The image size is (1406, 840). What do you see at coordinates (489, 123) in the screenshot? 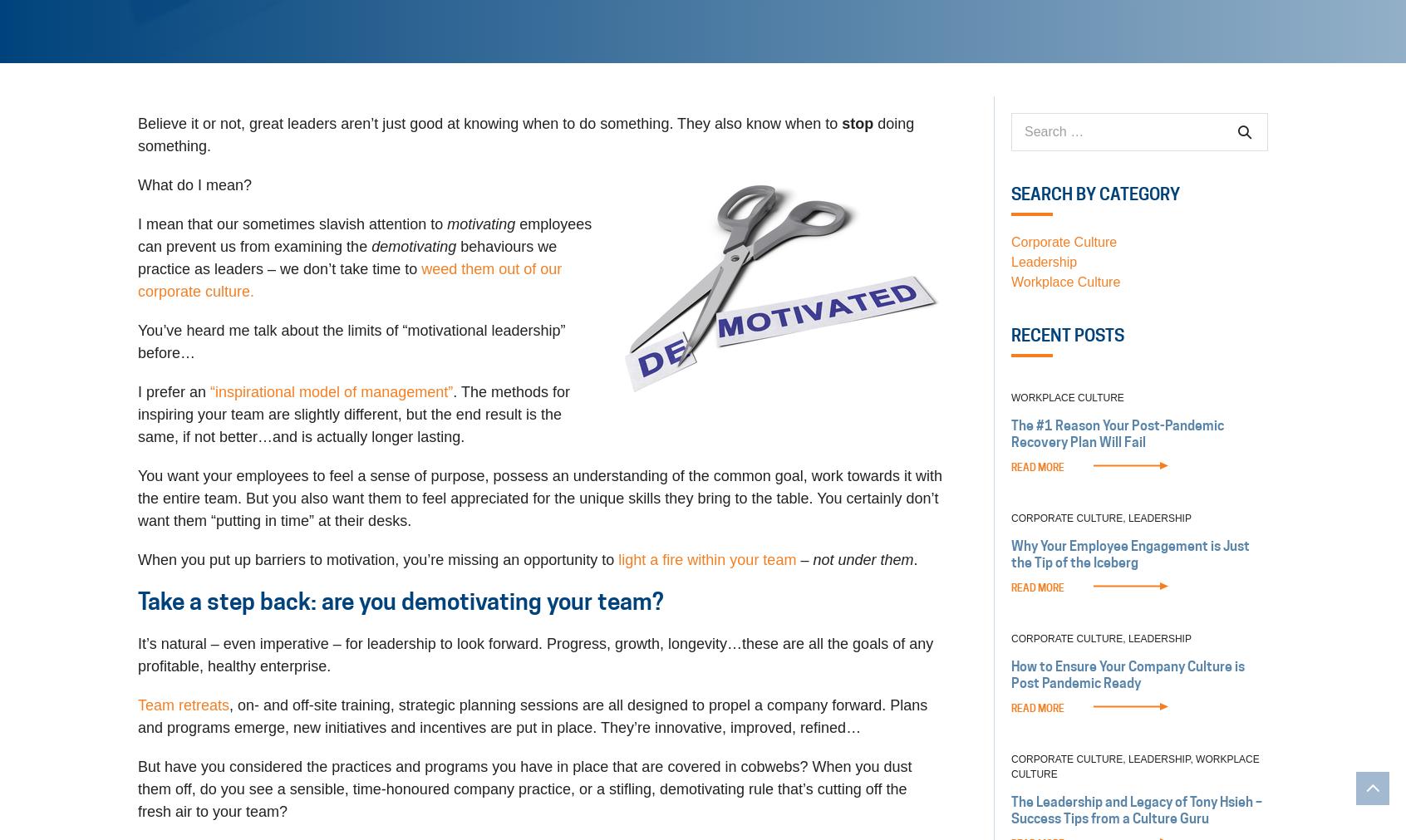
I see `'Believe it or not, great leaders aren’t just good at knowing when to do something. They also know when to'` at bounding box center [489, 123].